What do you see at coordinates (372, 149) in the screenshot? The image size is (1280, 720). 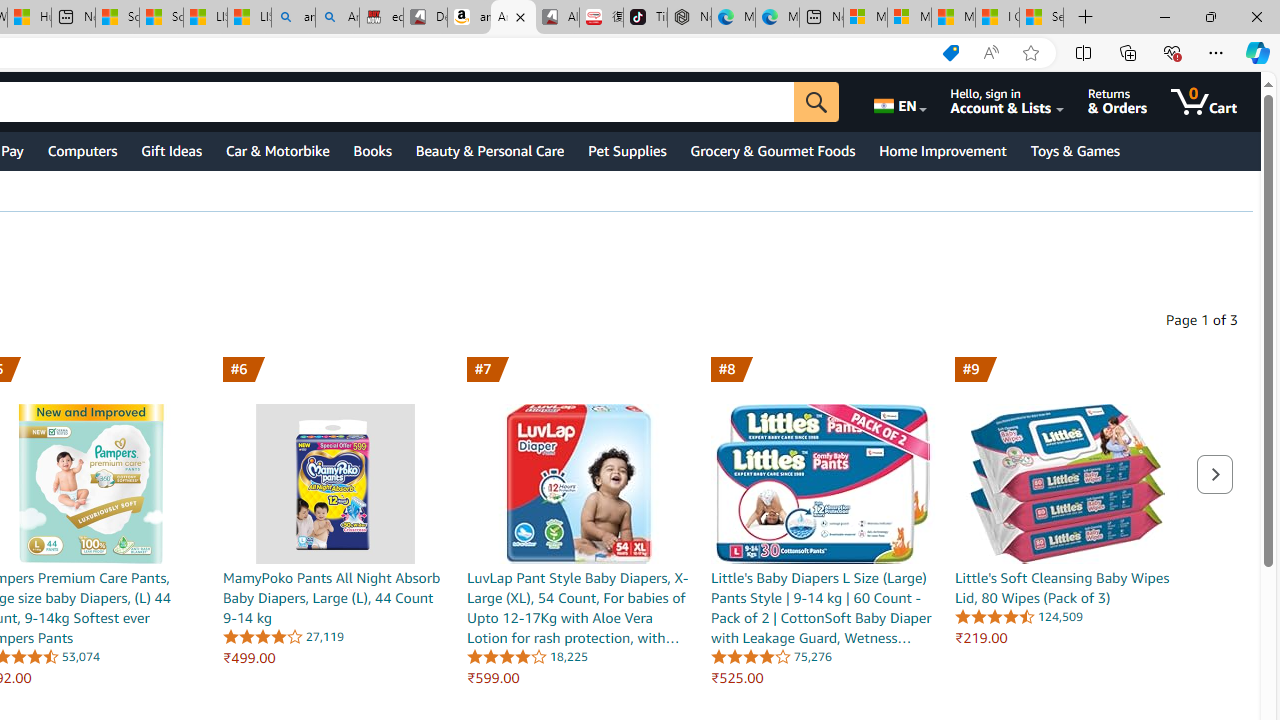 I see `'Books'` at bounding box center [372, 149].